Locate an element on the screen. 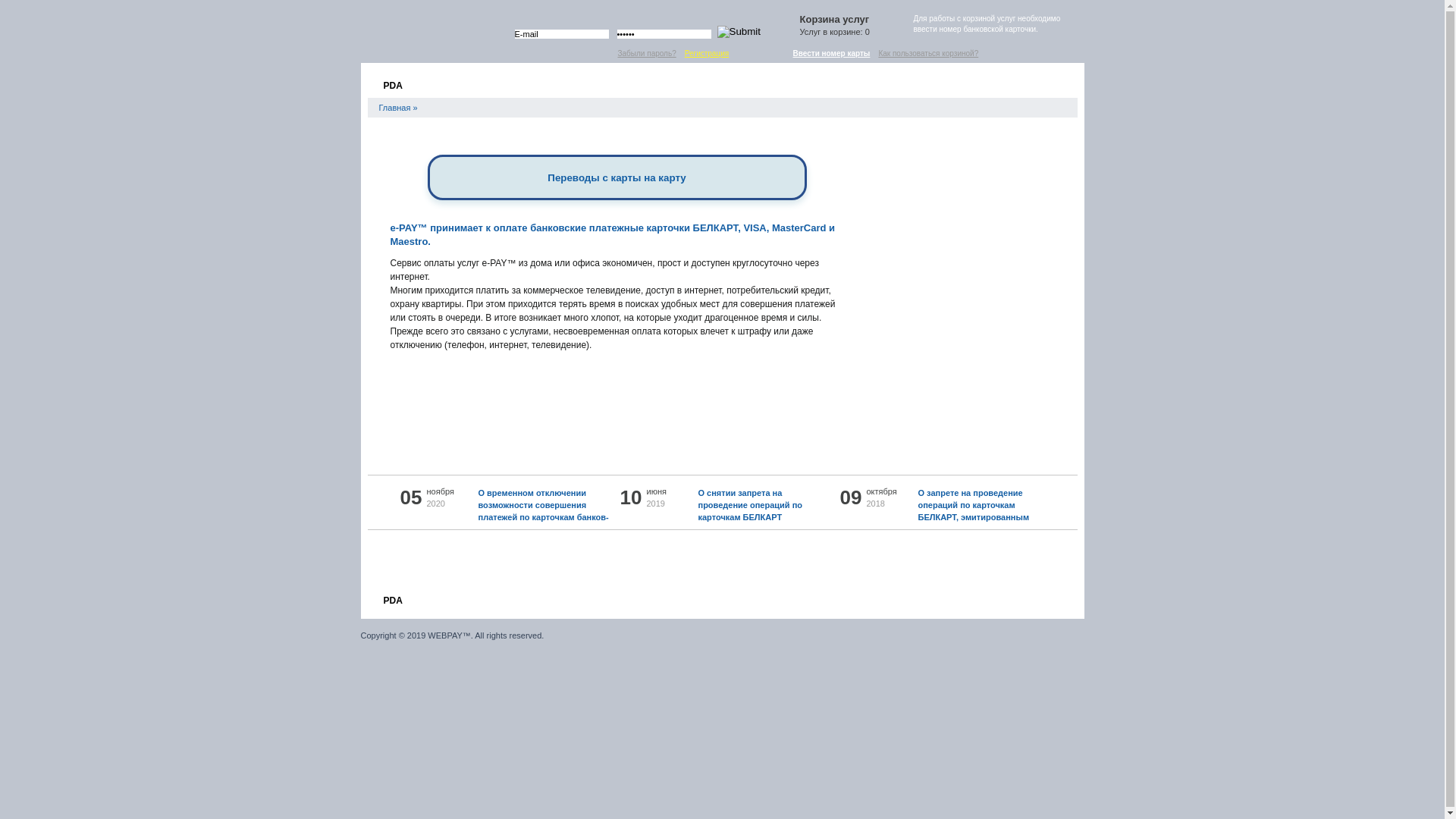 This screenshot has height=819, width=1456. 'PDA' is located at coordinates (391, 83).